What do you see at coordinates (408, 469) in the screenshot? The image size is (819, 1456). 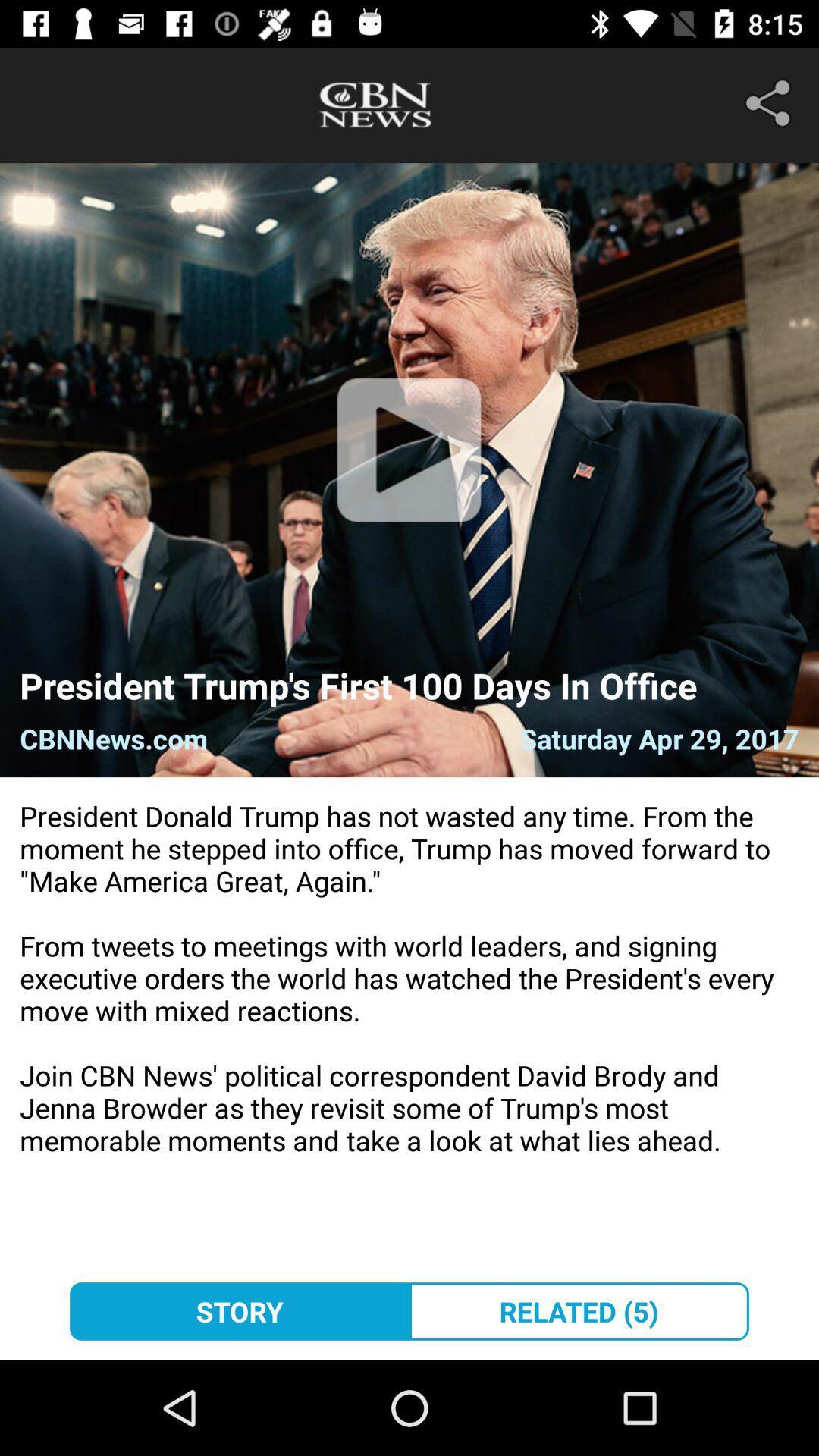 I see `button` at bounding box center [408, 469].